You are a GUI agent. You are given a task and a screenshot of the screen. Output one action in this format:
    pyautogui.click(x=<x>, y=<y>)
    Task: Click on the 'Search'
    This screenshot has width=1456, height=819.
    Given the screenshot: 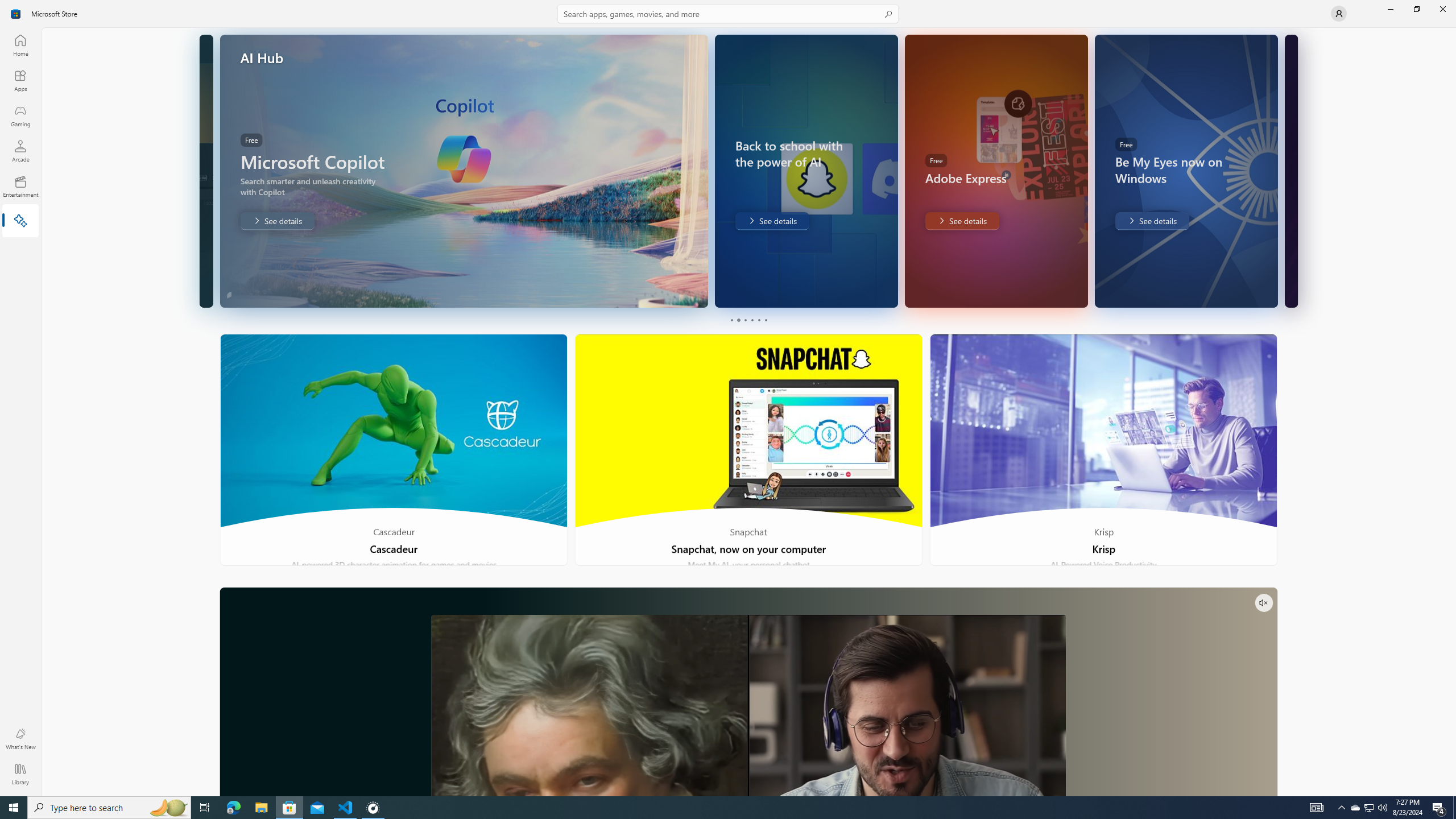 What is the action you would take?
    pyautogui.click(x=728, y=13)
    